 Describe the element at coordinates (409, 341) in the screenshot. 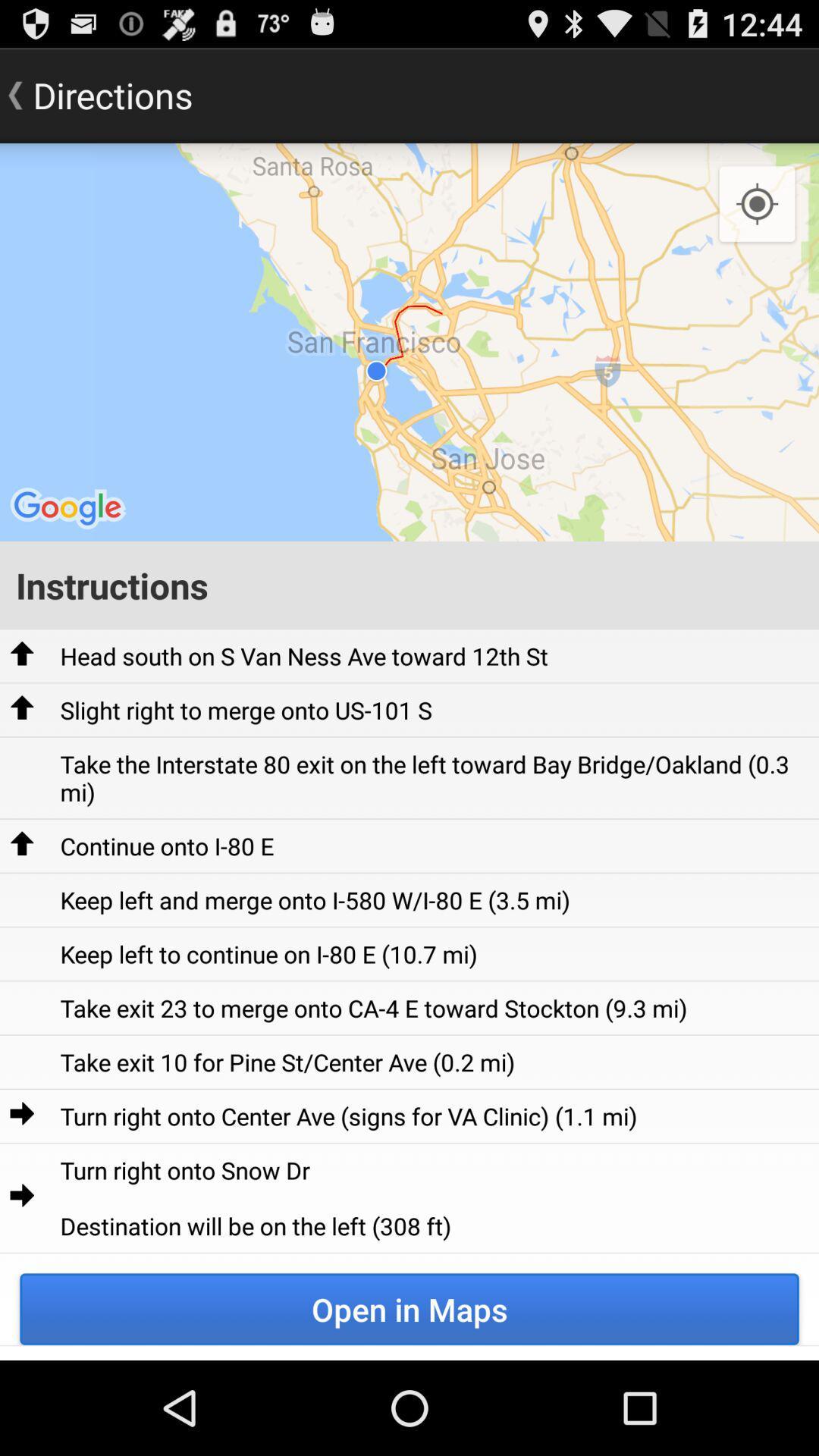

I see `the app below directions icon` at that location.